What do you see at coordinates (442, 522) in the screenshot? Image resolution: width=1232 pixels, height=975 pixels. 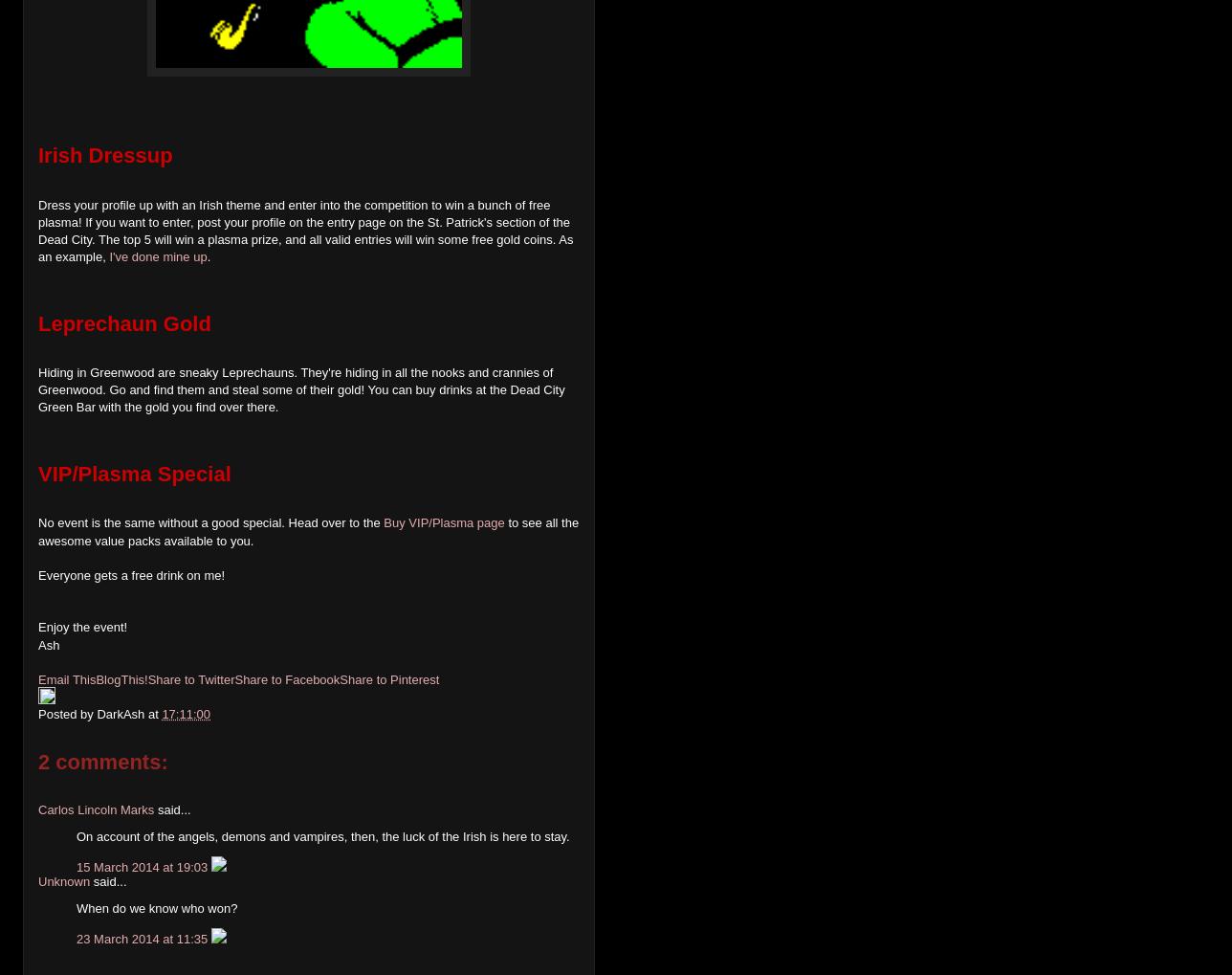 I see `'Buy VIP/Plasma page'` at bounding box center [442, 522].